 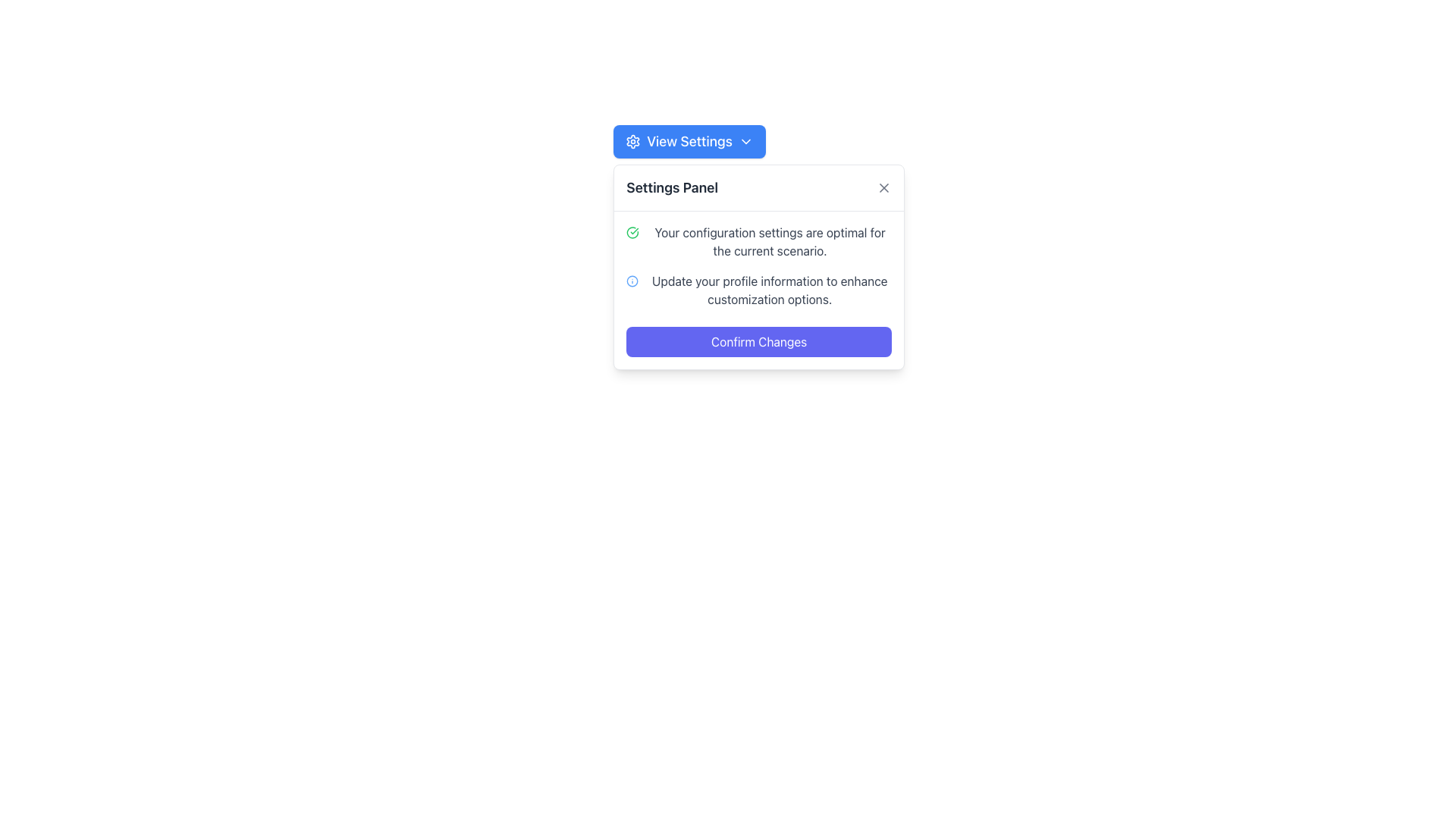 I want to click on the gear-like icon located to the left of the 'View Settings' button, so click(x=633, y=141).